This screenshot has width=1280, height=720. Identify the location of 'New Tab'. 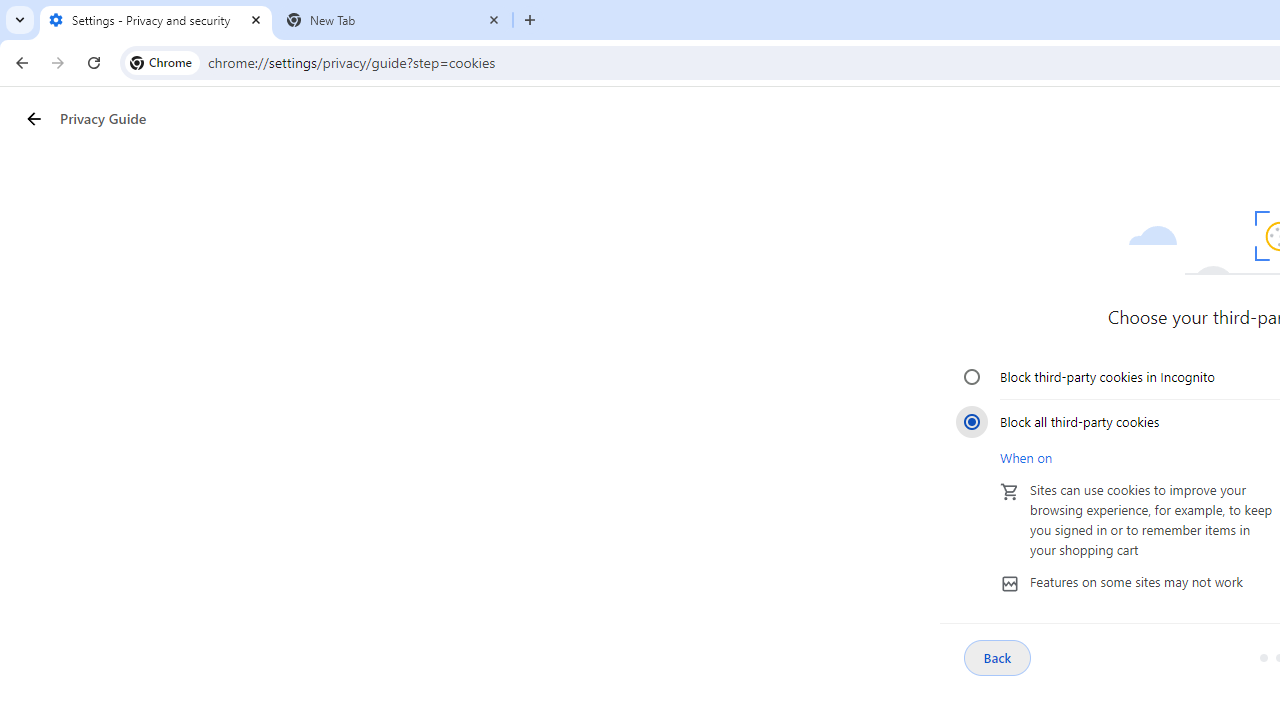
(394, 20).